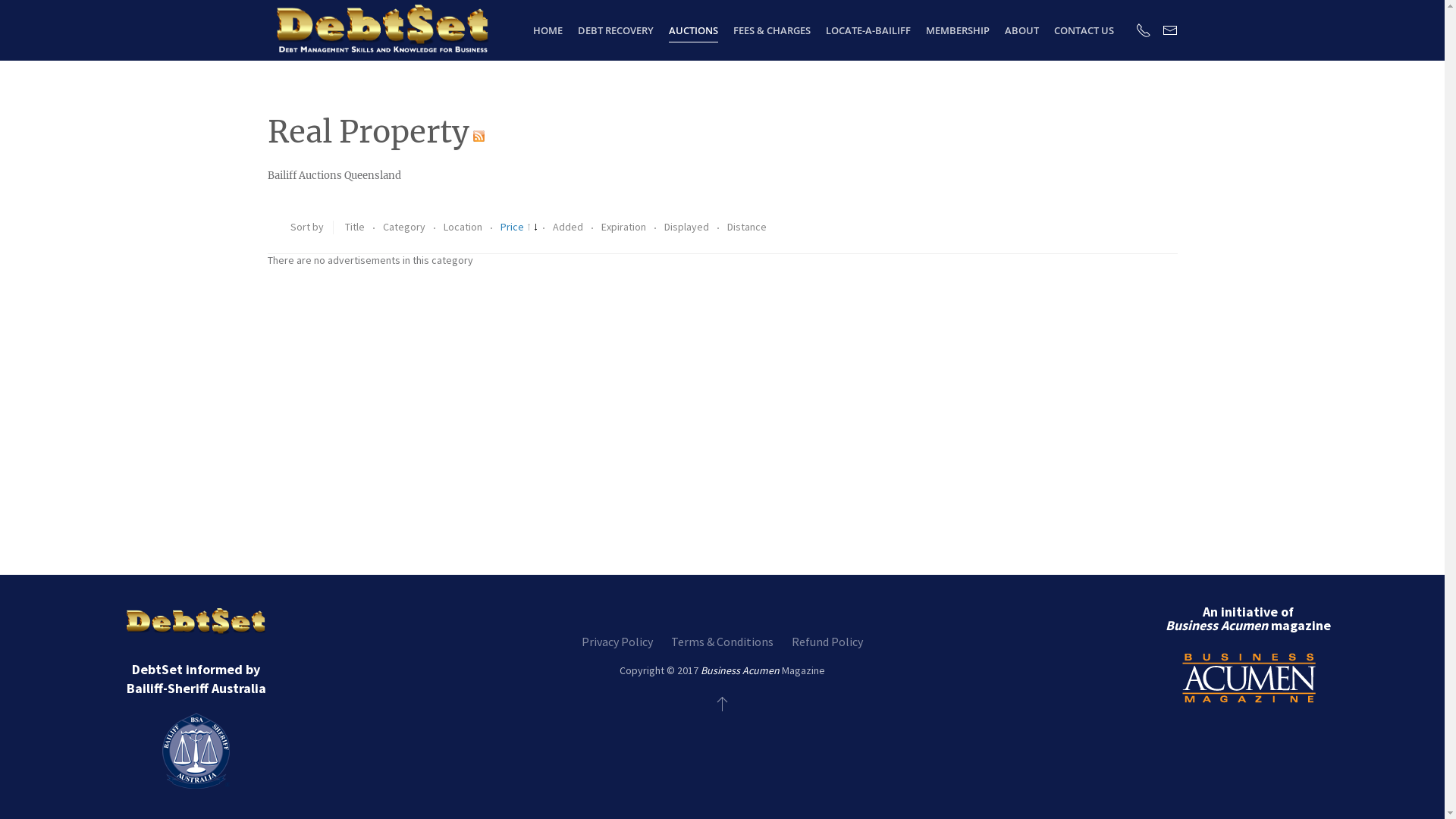 This screenshot has width=1456, height=819. Describe the element at coordinates (617, 641) in the screenshot. I see `'Privacy Policy'` at that location.